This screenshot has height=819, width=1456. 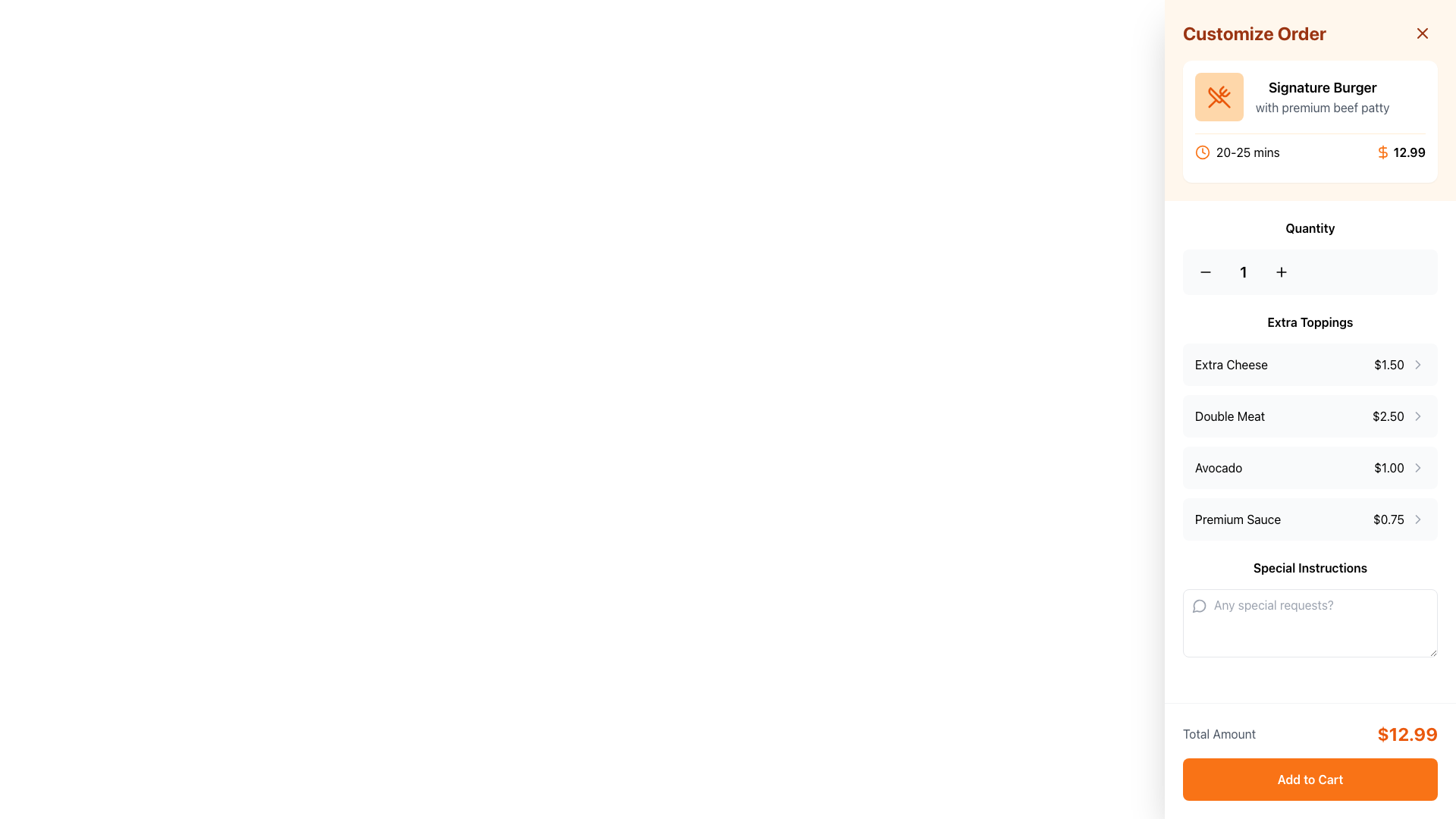 What do you see at coordinates (1232, 365) in the screenshot?
I see `the 'Extra Cheese' label in the 'Extra Toppings' section of the order customization layout` at bounding box center [1232, 365].